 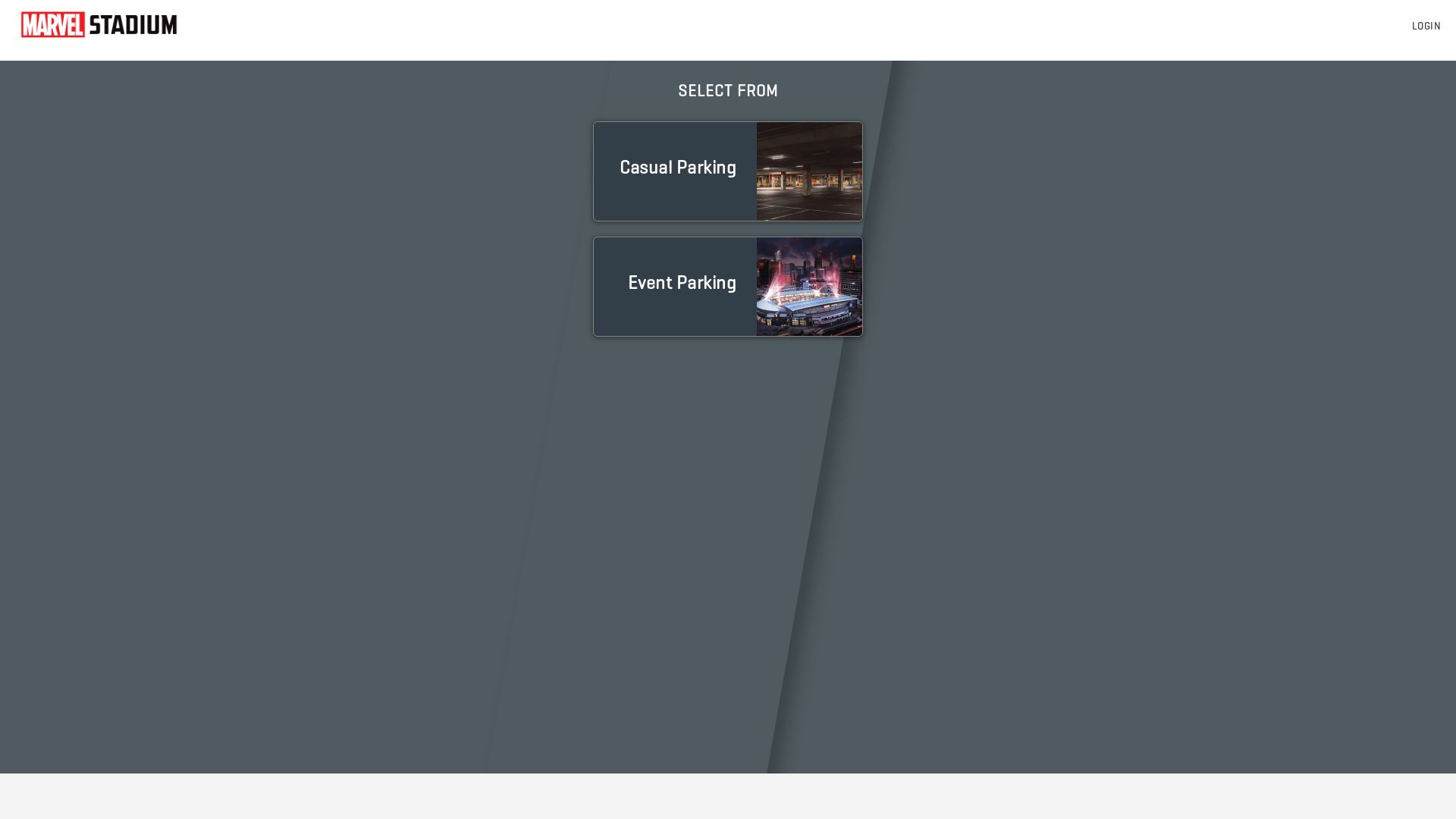 I want to click on 'LOGIN', so click(x=1411, y=26).